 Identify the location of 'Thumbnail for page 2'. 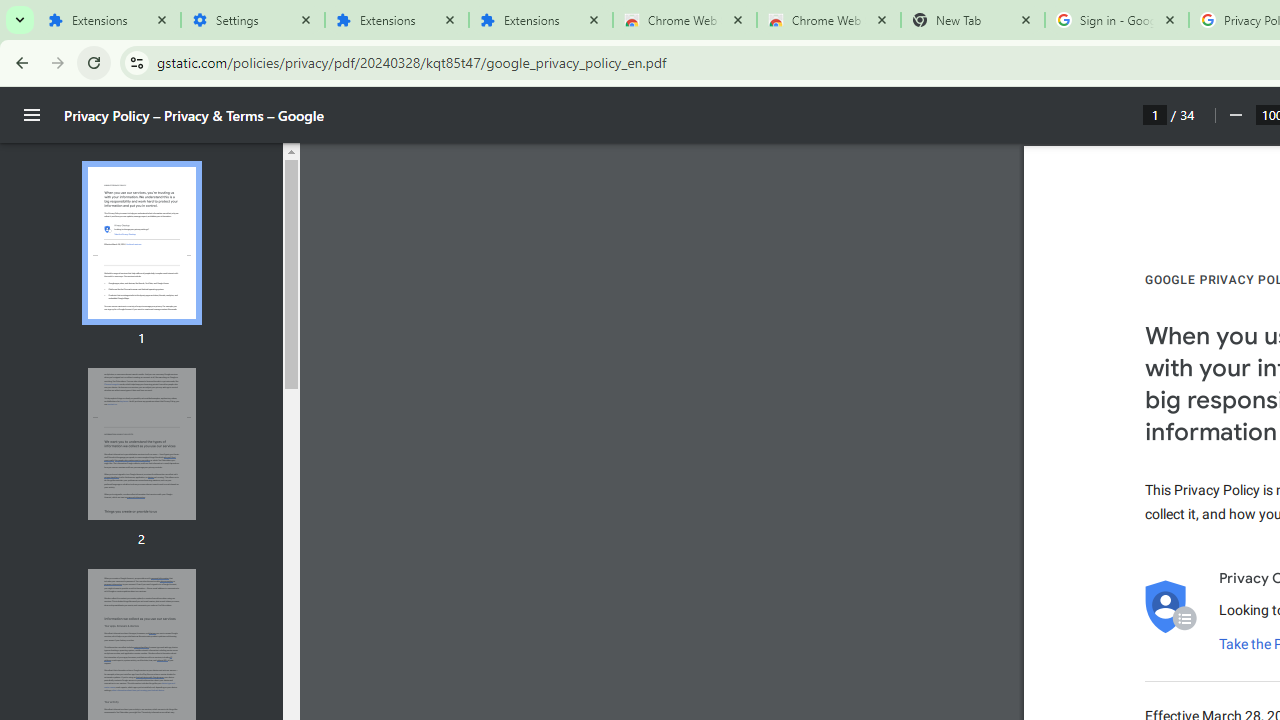
(140, 443).